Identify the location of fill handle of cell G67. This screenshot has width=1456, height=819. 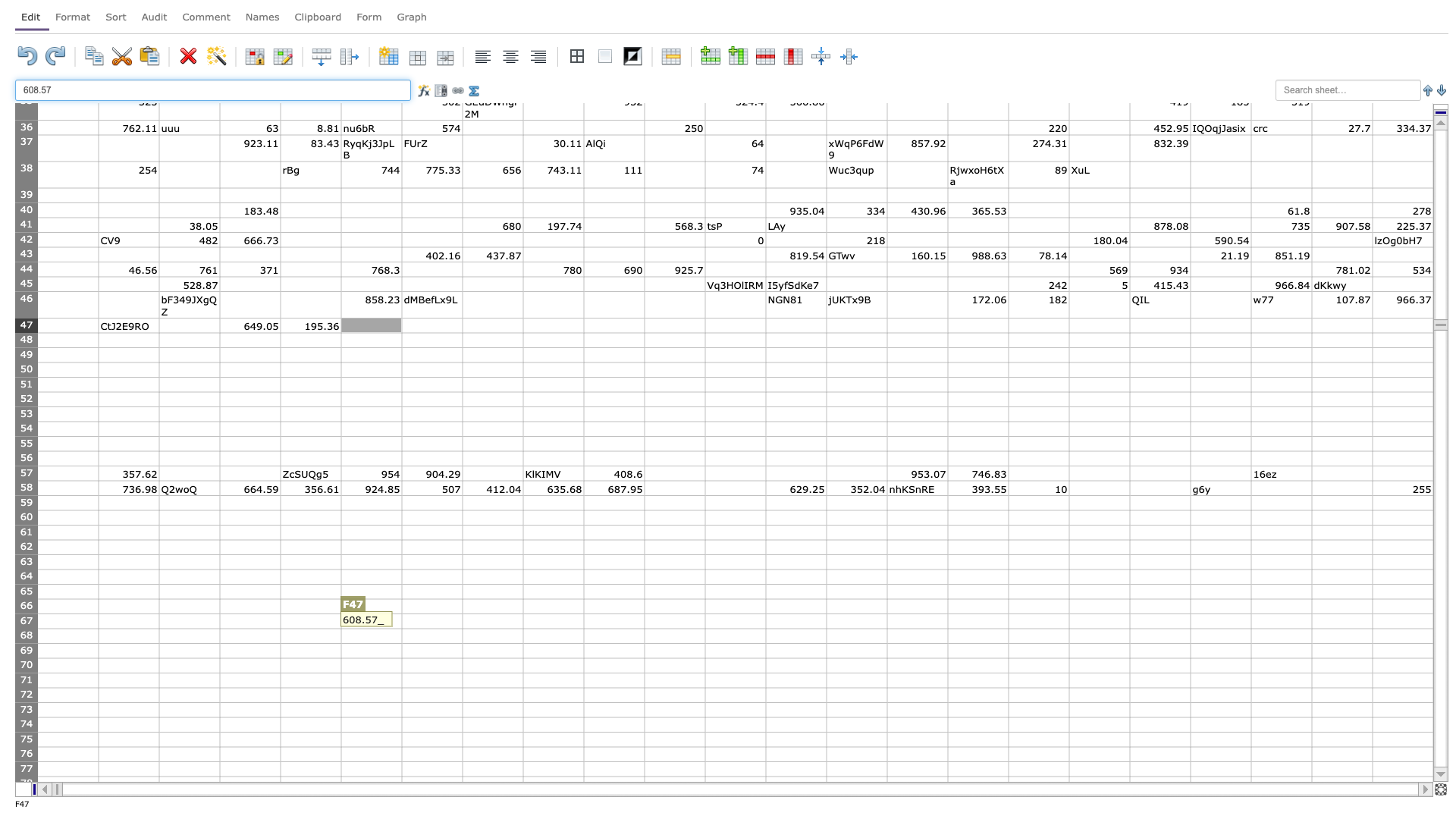
(461, 629).